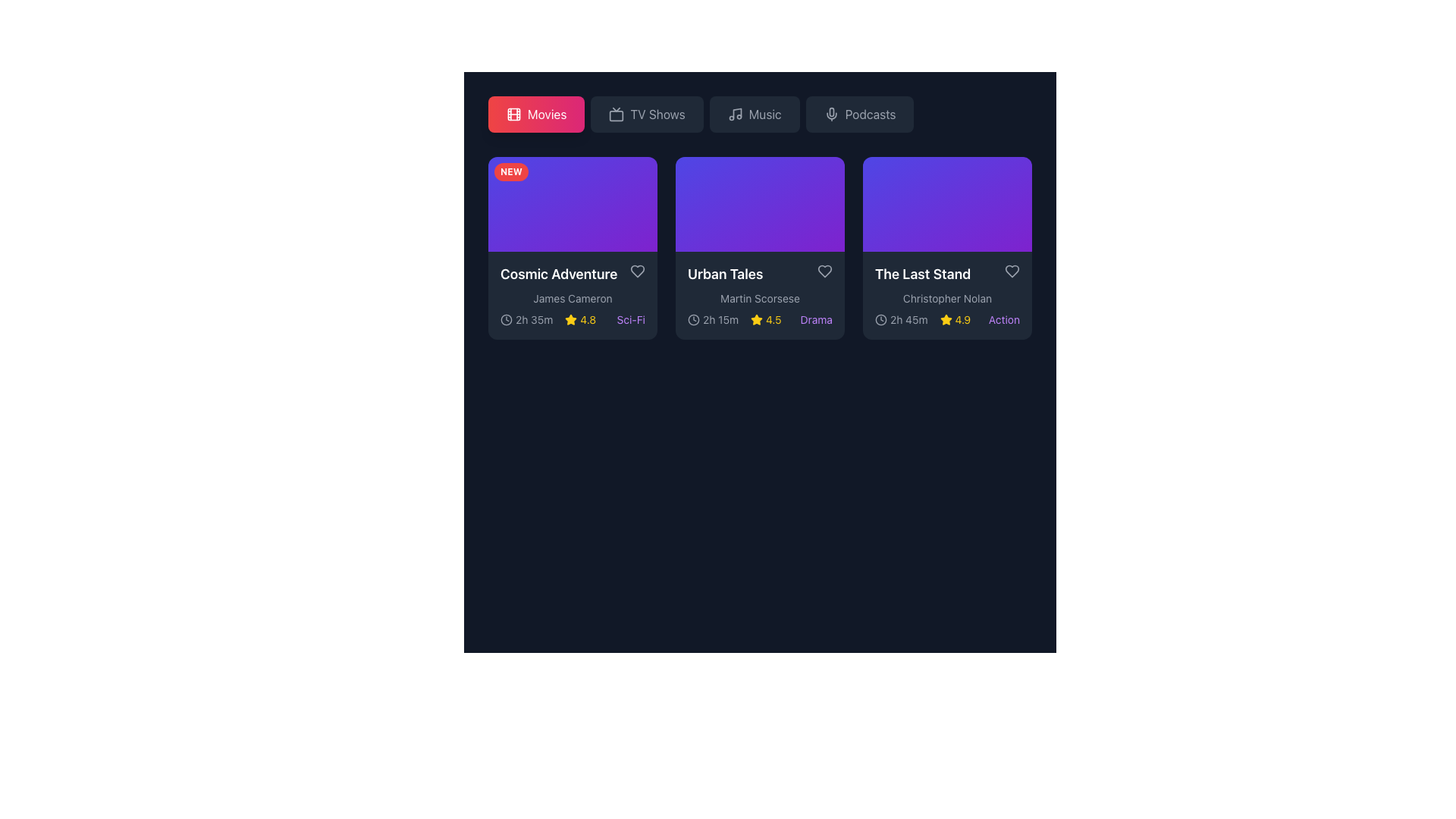 This screenshot has height=819, width=1456. I want to click on the rounded rectangular button labeled 'Podcasts' with a microphone icon, so click(860, 113).